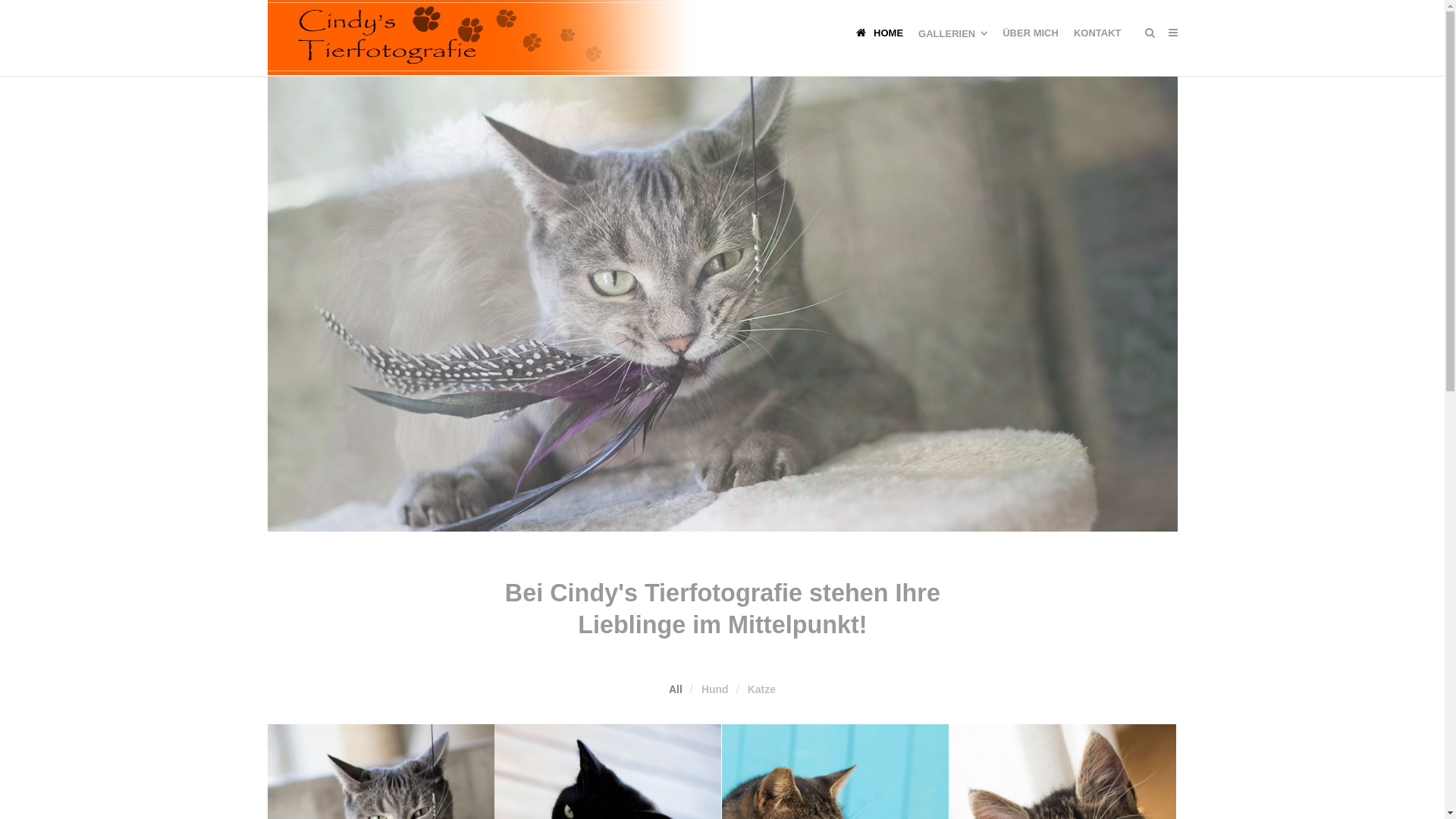 The width and height of the screenshot is (1456, 819). What do you see at coordinates (714, 689) in the screenshot?
I see `'Hund'` at bounding box center [714, 689].